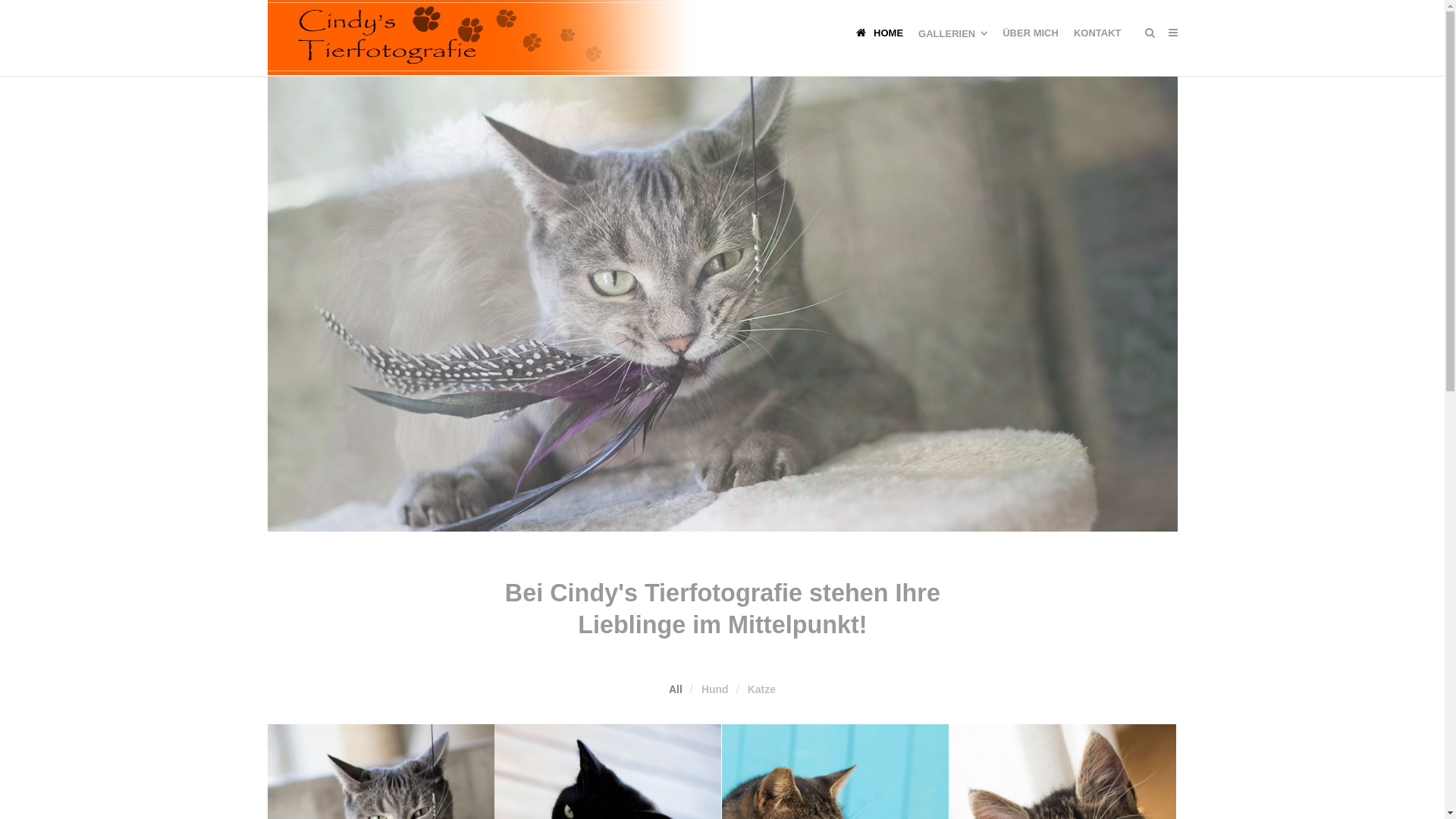 The width and height of the screenshot is (1456, 819). What do you see at coordinates (714, 689) in the screenshot?
I see `'Hund'` at bounding box center [714, 689].